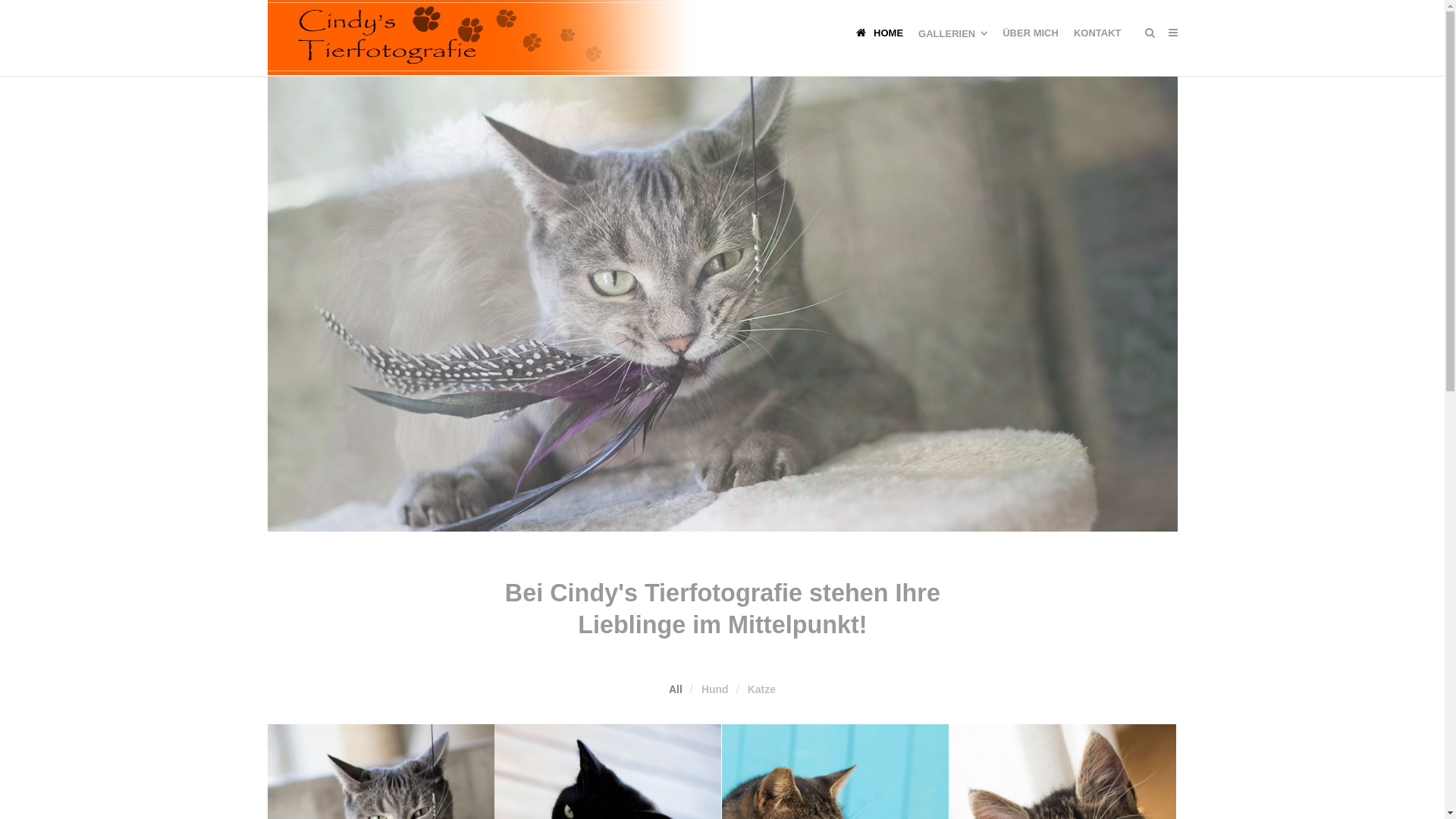 The width and height of the screenshot is (1456, 819). What do you see at coordinates (714, 689) in the screenshot?
I see `'Hund'` at bounding box center [714, 689].